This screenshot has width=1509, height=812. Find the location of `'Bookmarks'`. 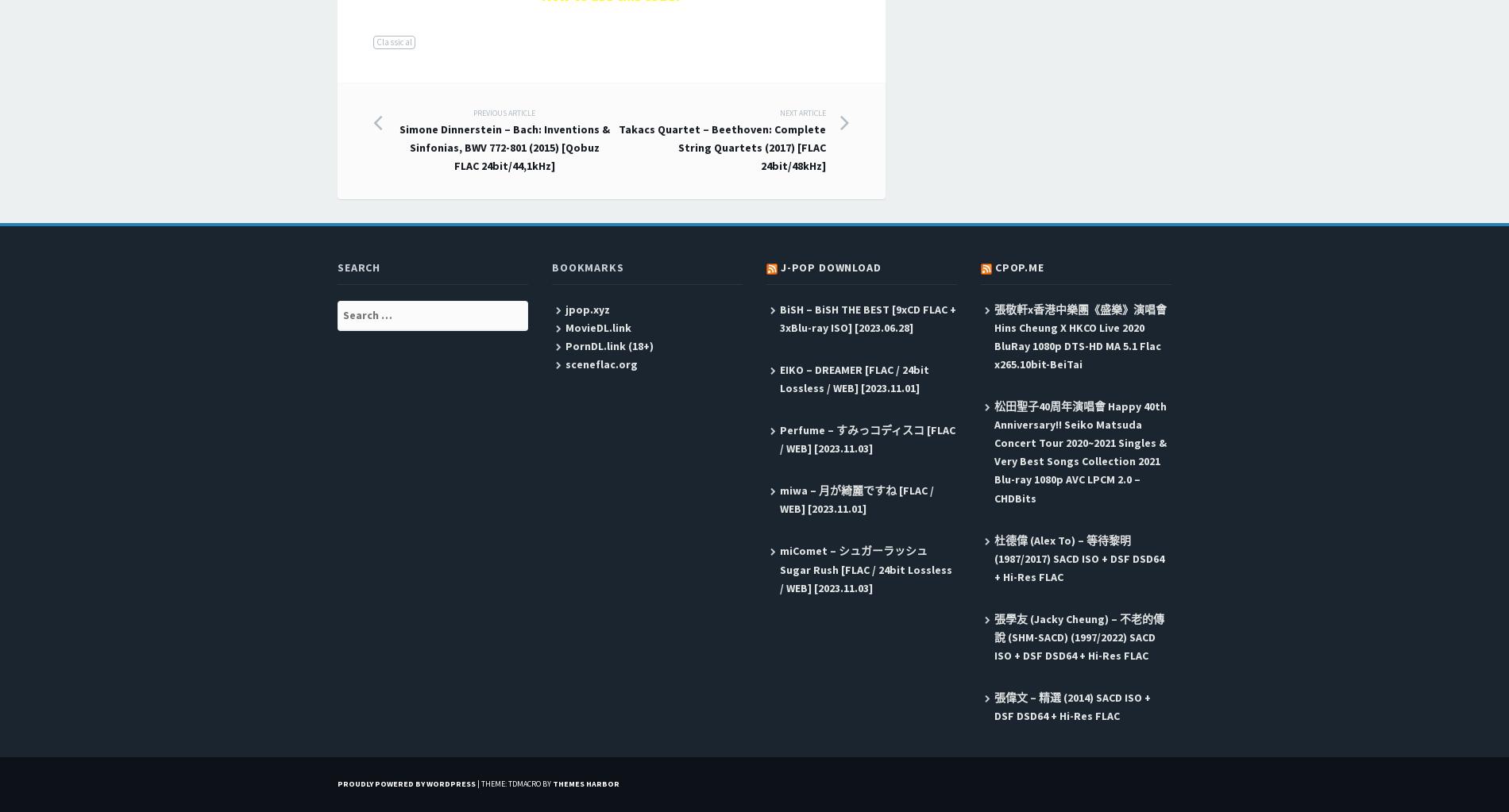

'Bookmarks' is located at coordinates (587, 267).